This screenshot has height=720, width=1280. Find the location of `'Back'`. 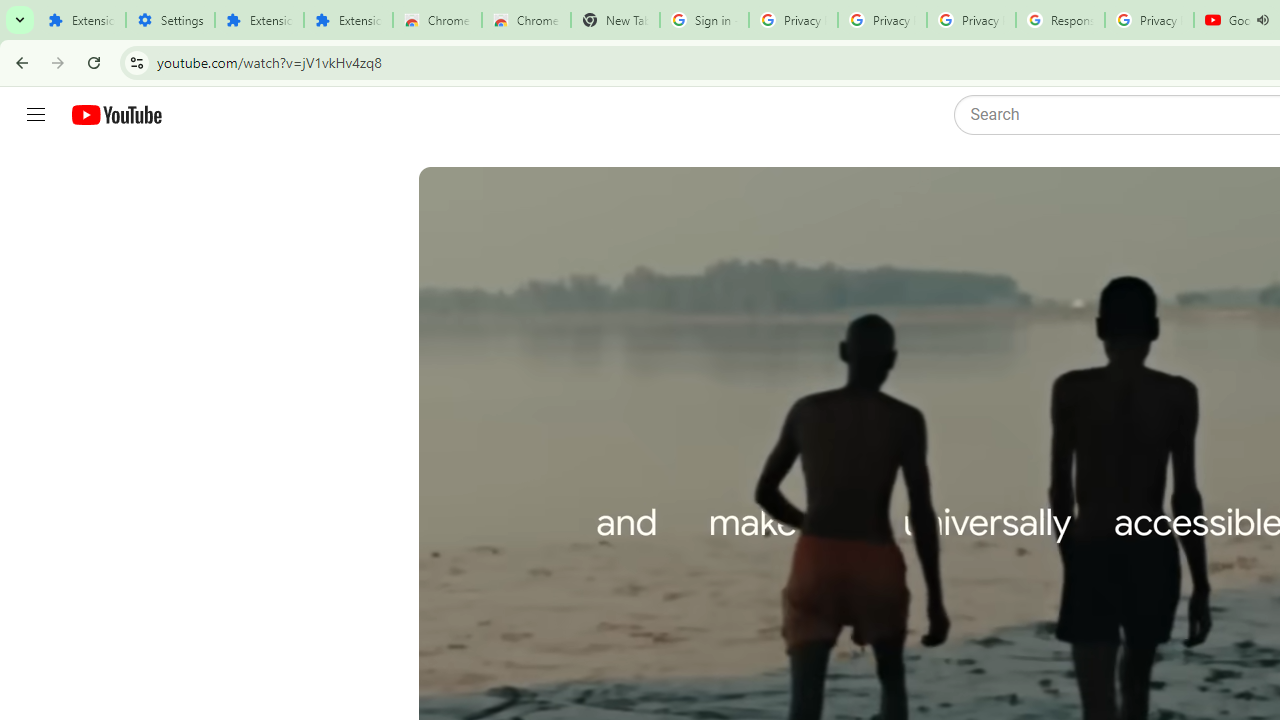

'Back' is located at coordinates (19, 61).